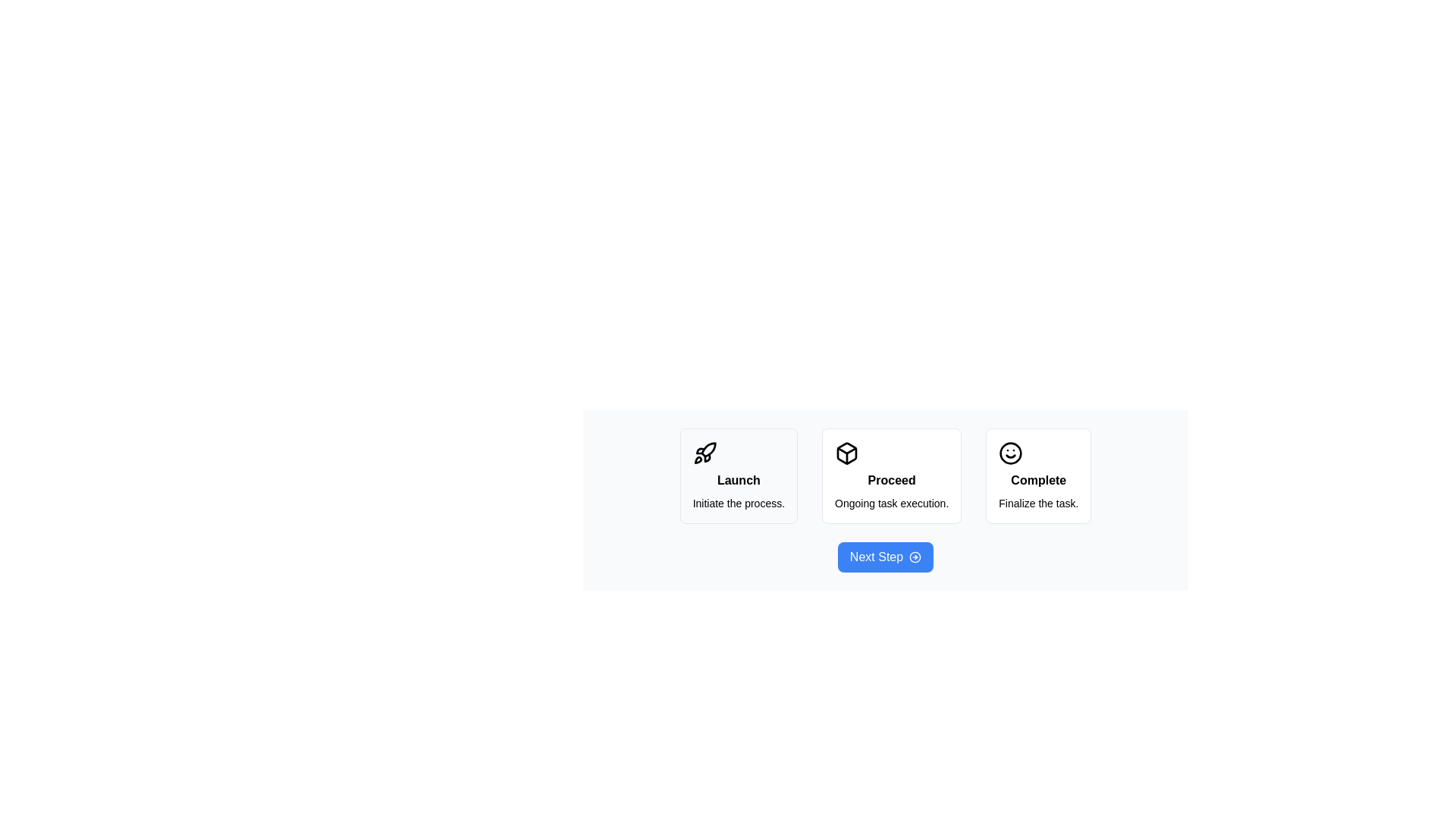  Describe the element at coordinates (915, 557) in the screenshot. I see `the innermost circular shape of the circular-arrow icon located to the right of the 'Next Step' button at the bottom center of the interface` at that location.